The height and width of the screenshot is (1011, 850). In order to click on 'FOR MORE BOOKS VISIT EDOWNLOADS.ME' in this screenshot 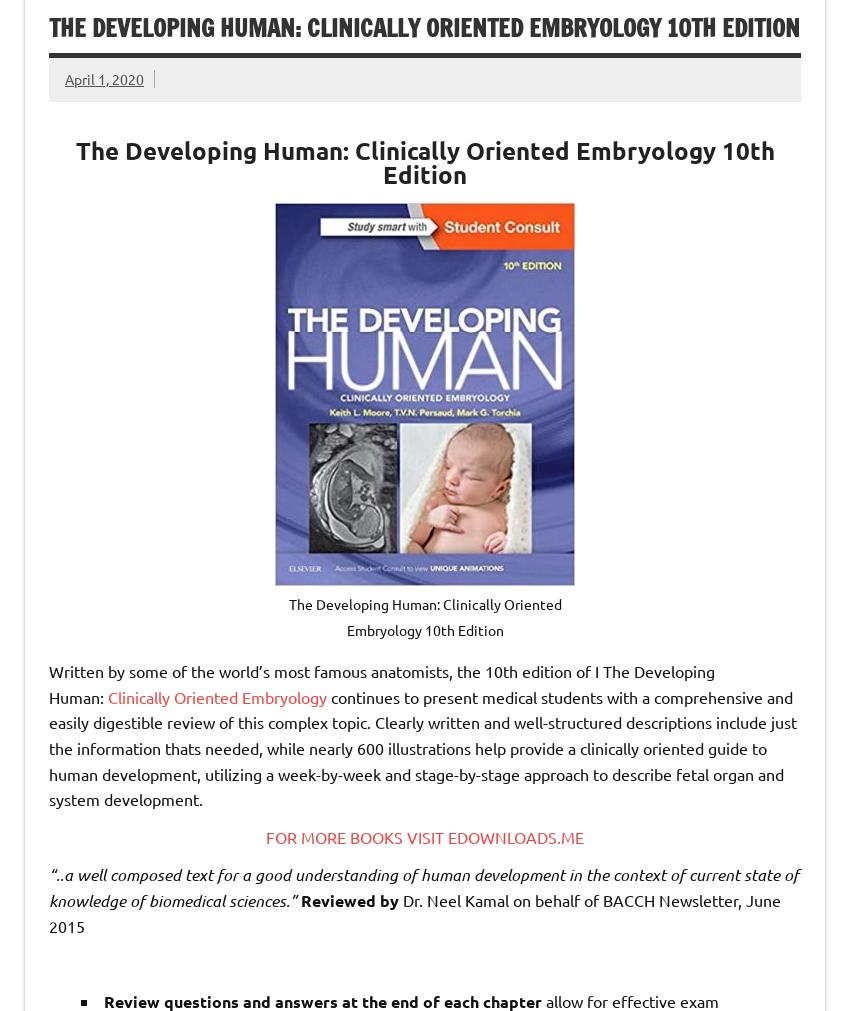, I will do `click(425, 834)`.